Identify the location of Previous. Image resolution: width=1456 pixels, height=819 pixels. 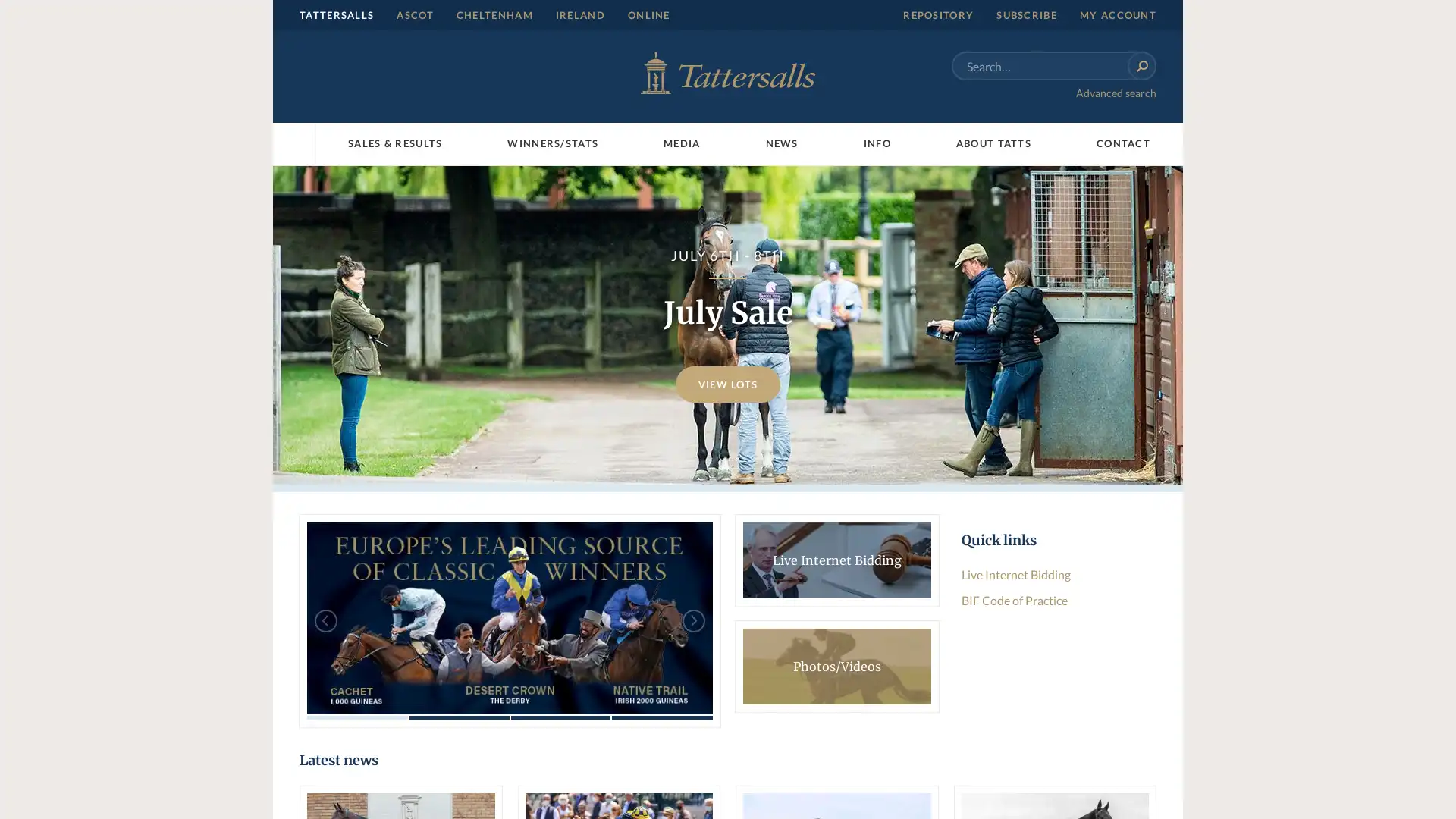
(312, 328).